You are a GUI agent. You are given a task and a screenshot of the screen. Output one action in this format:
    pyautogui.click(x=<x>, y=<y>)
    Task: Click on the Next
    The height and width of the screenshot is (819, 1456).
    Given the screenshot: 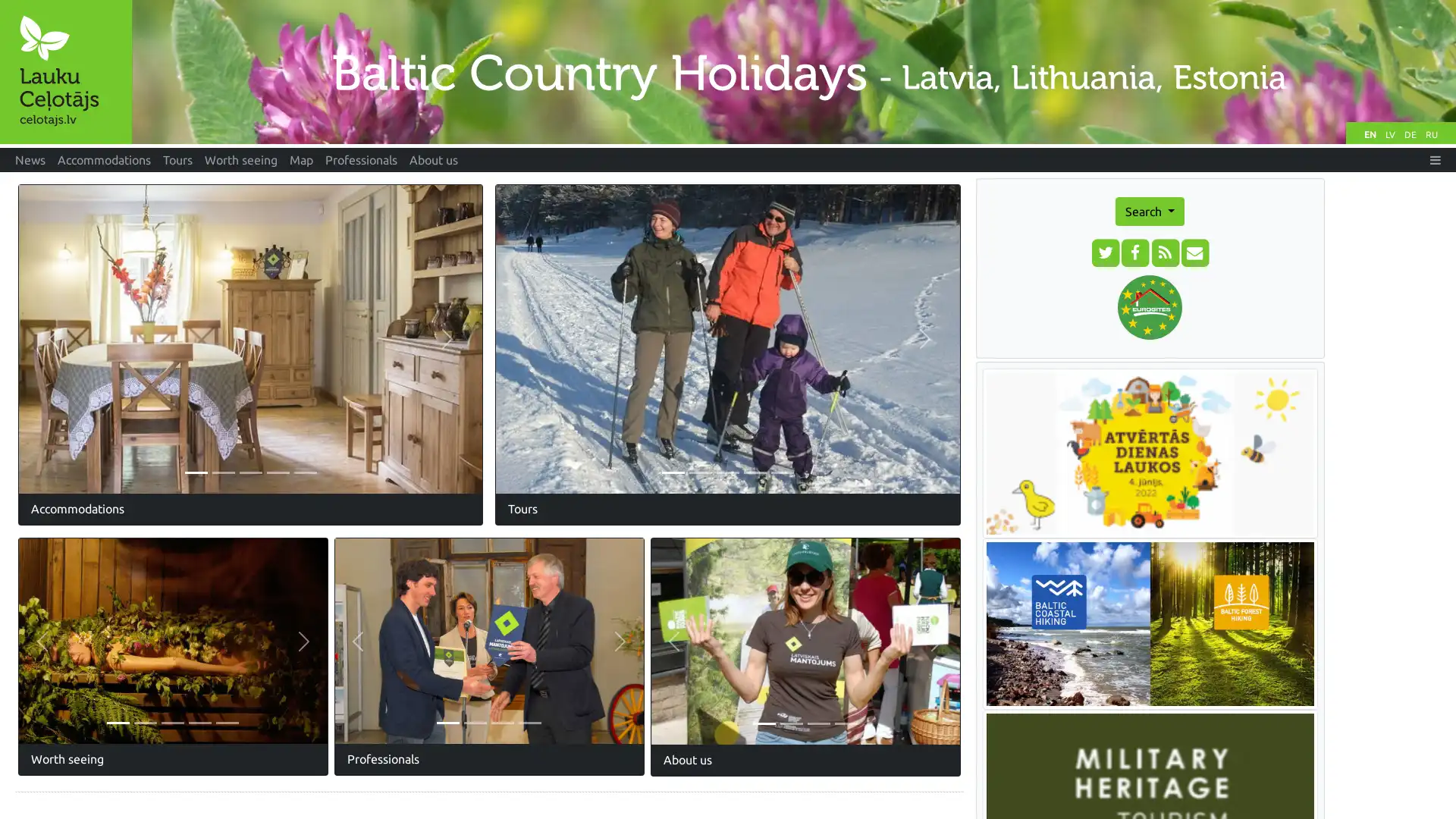 What is the action you would take?
    pyautogui.click(x=924, y=338)
    